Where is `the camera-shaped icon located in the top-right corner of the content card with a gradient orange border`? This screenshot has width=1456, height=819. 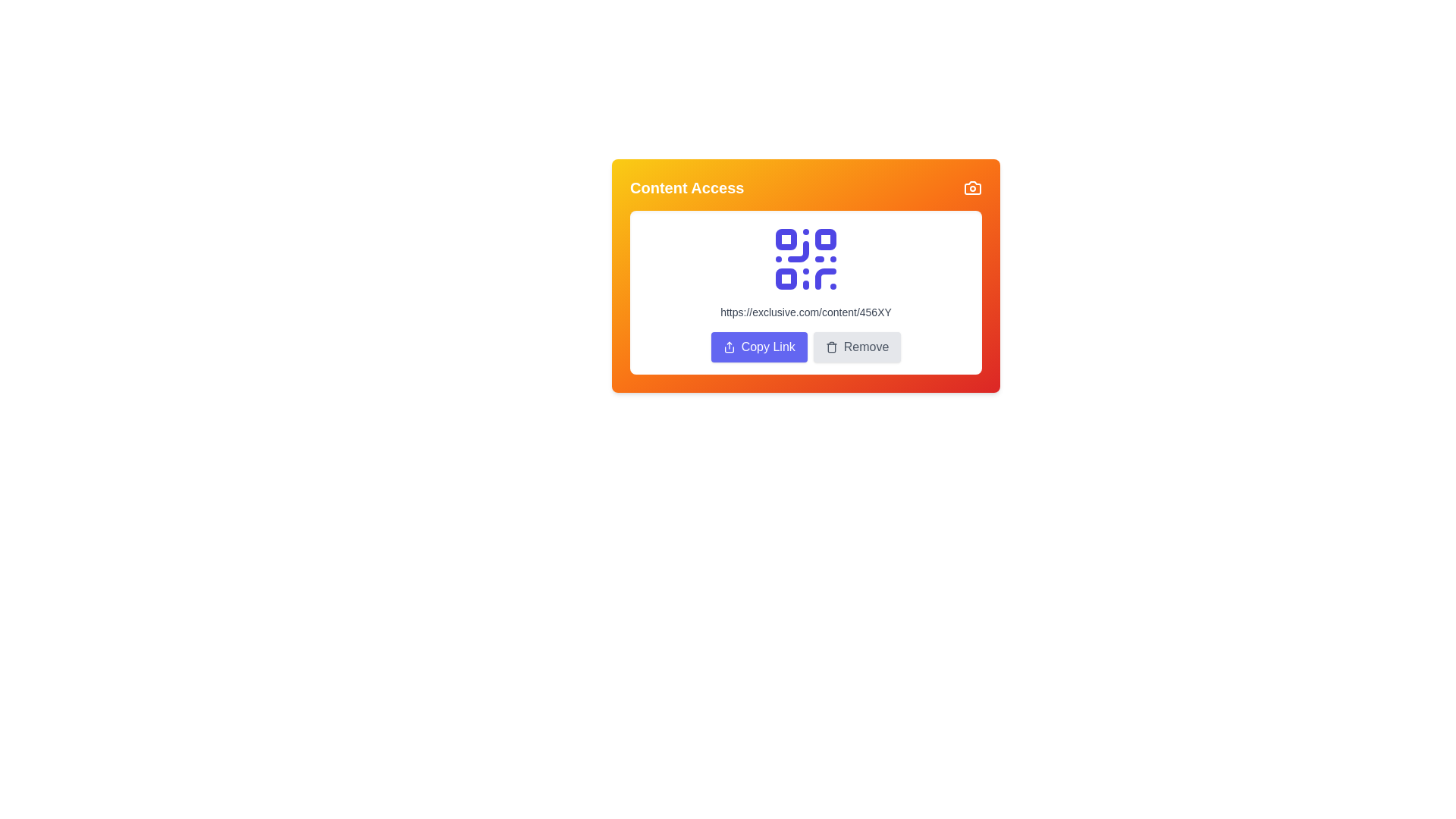
the camera-shaped icon located in the top-right corner of the content card with a gradient orange border is located at coordinates (972, 187).